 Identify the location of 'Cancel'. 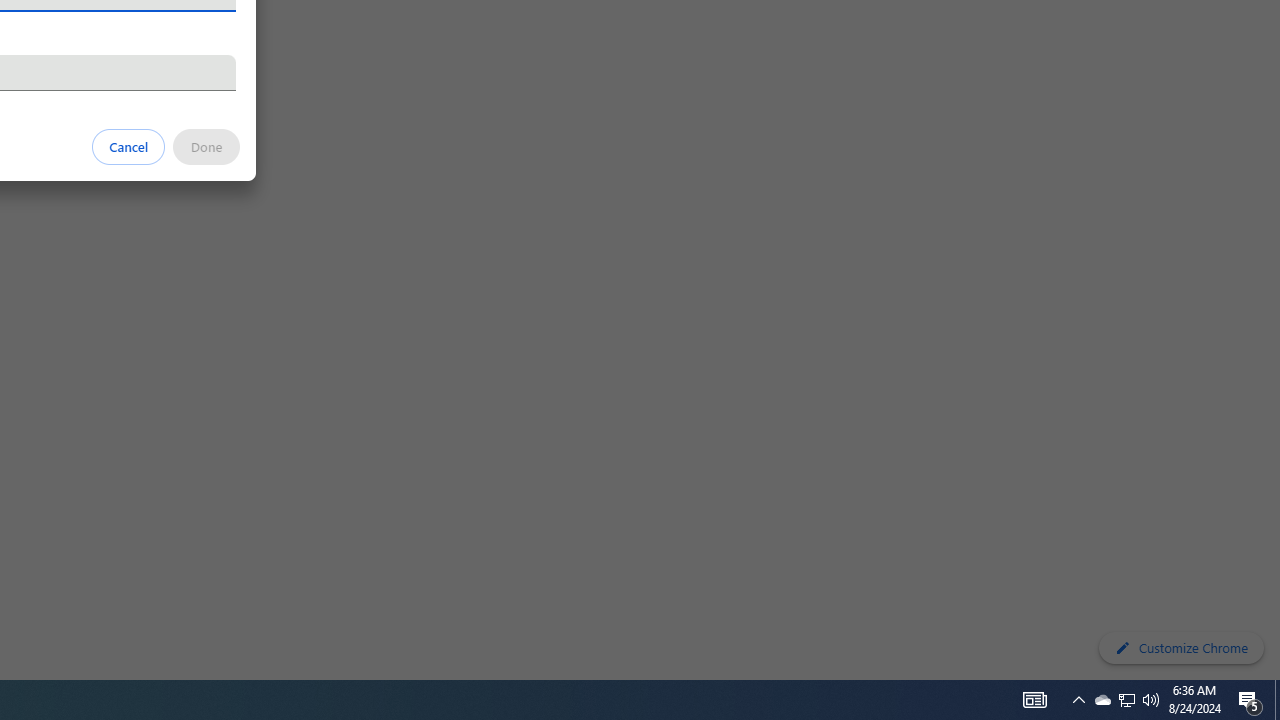
(128, 145).